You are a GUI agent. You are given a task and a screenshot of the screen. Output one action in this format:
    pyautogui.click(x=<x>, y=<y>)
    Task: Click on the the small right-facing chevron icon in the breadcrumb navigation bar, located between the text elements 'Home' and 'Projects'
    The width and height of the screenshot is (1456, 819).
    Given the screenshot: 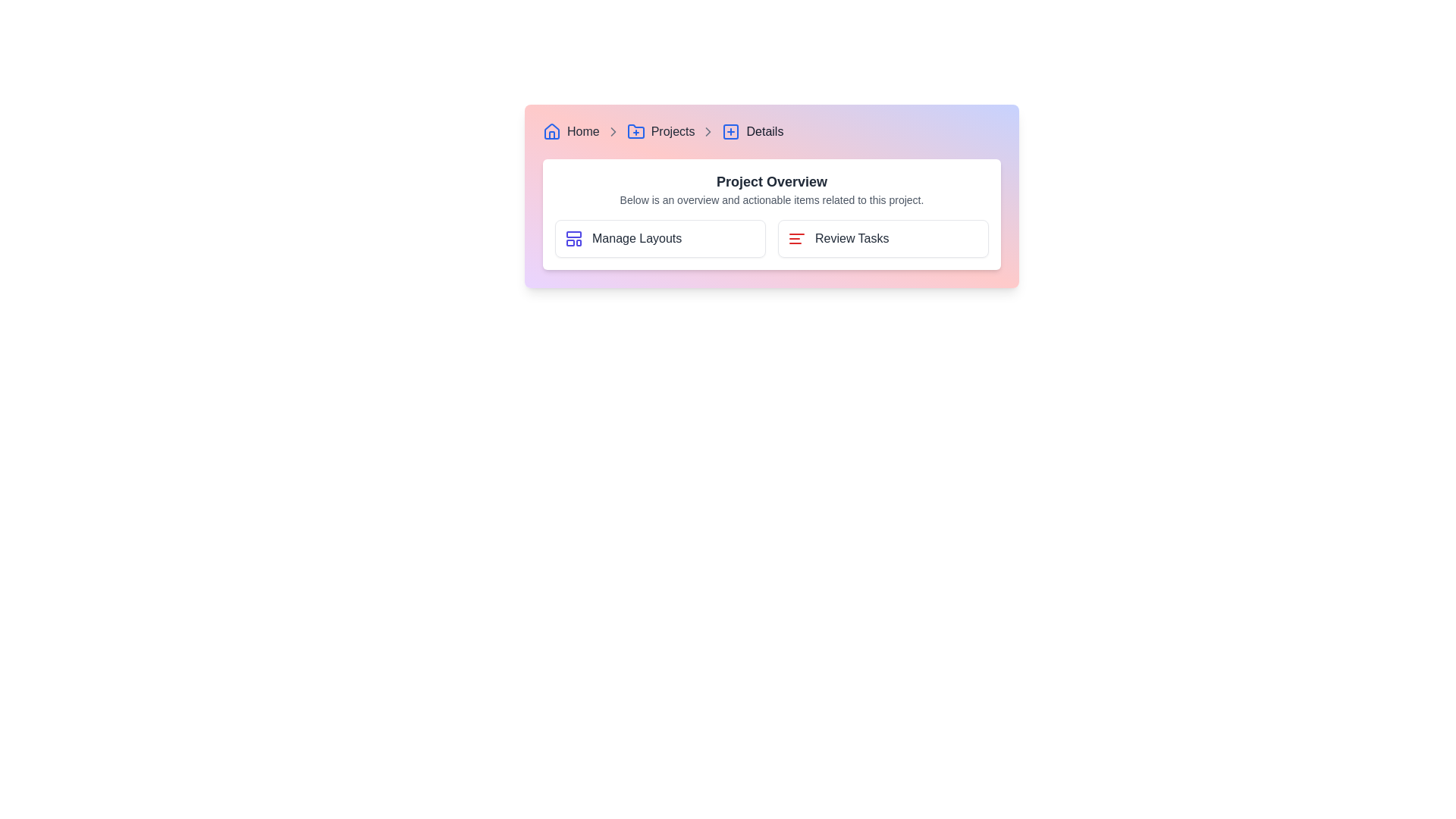 What is the action you would take?
    pyautogui.click(x=613, y=130)
    